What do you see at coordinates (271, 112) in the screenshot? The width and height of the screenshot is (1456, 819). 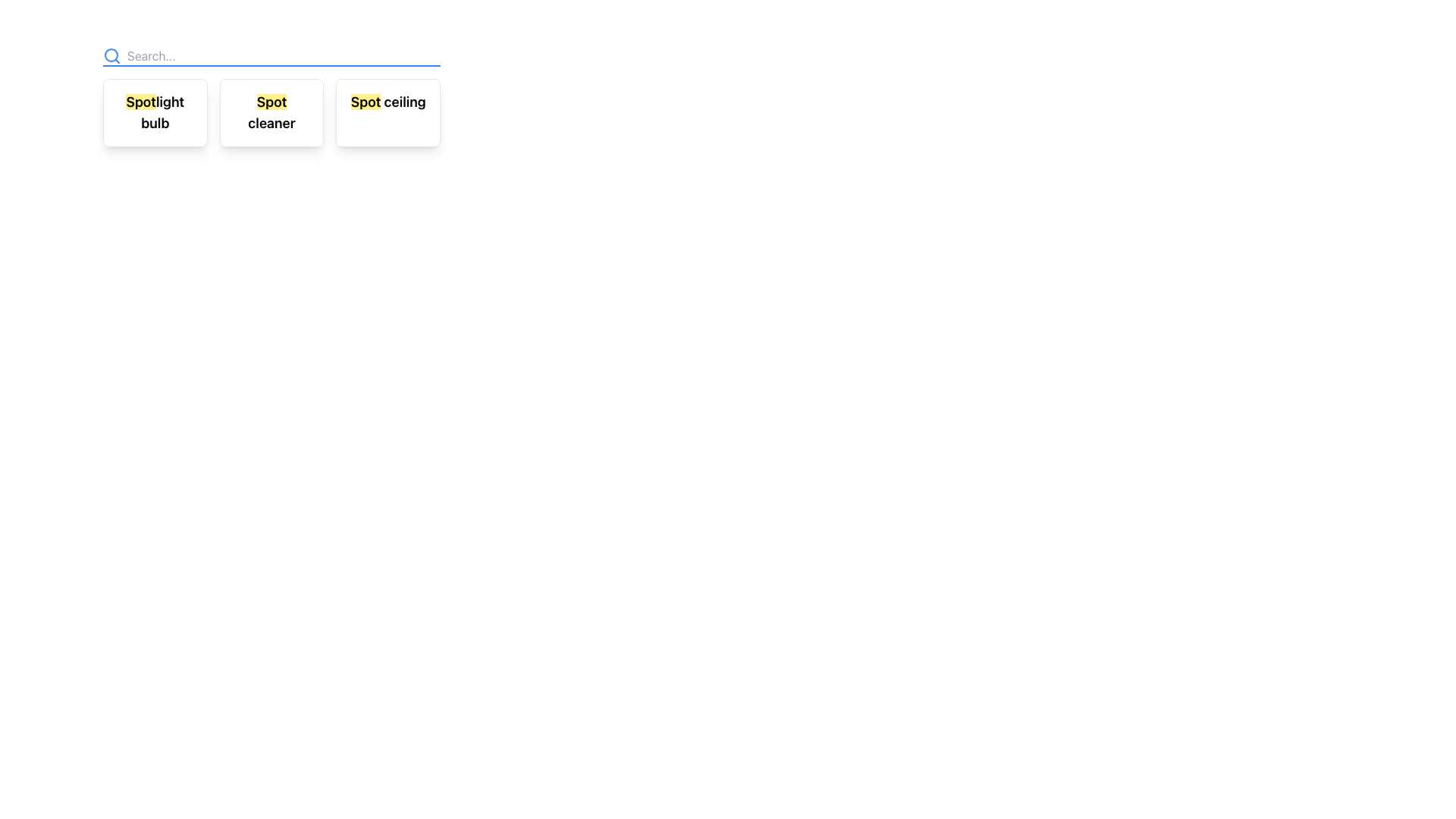 I see `the card displaying the text 'Spot cleaner.' which is the second card in a group of three cards` at bounding box center [271, 112].